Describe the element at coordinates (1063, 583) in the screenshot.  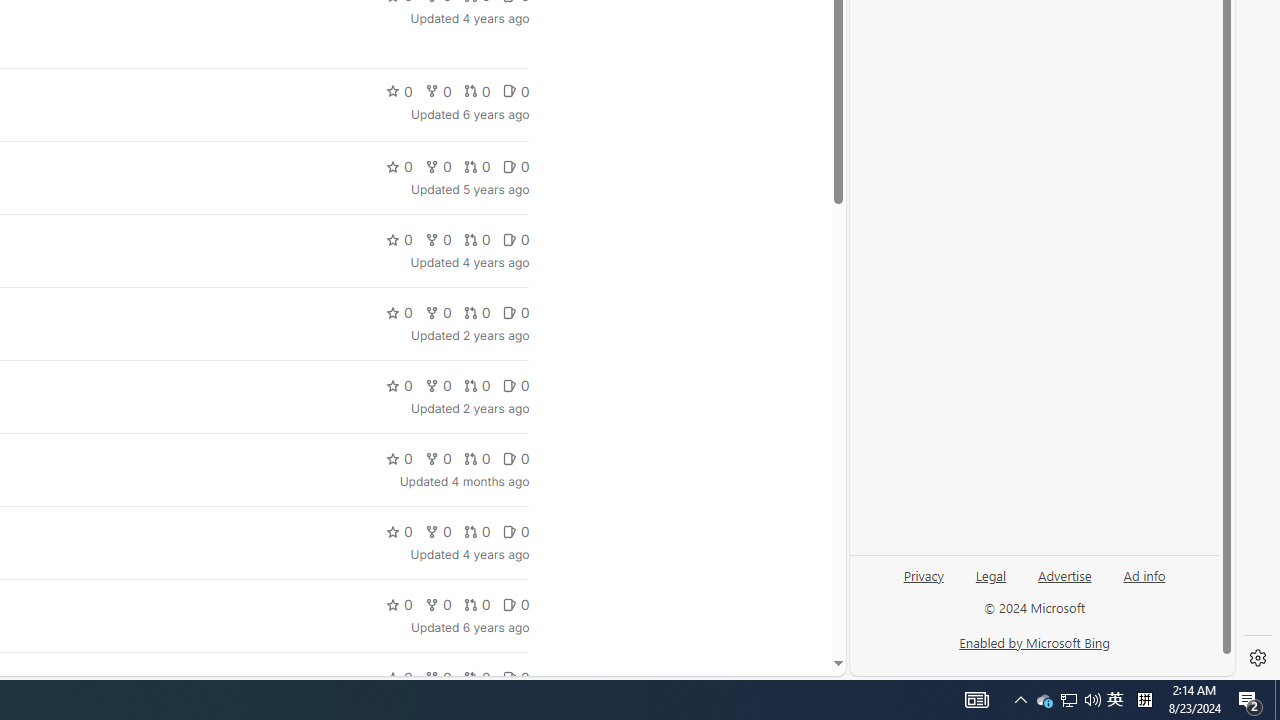
I see `'Advertise'` at that location.